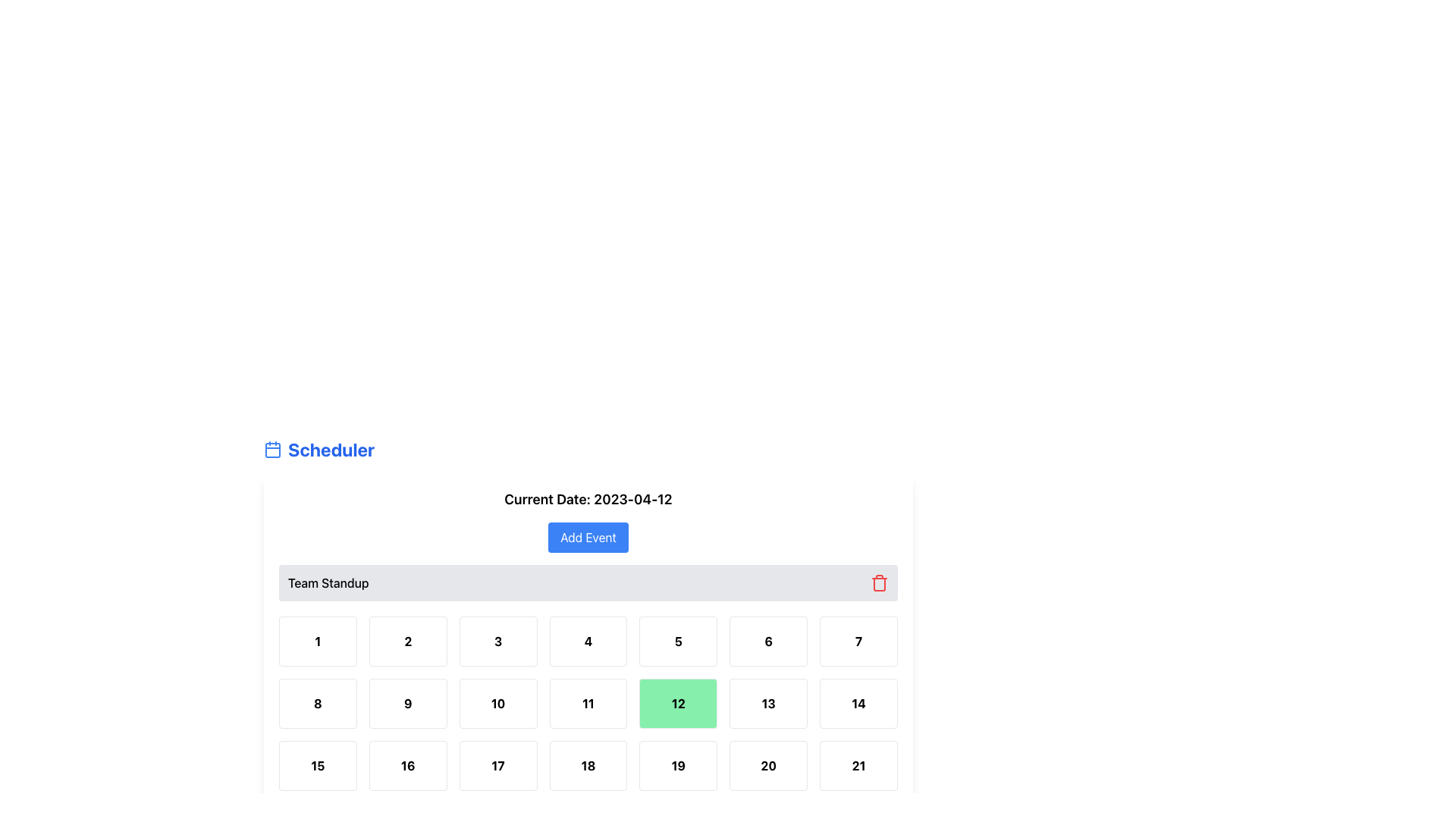 This screenshot has height=819, width=1456. Describe the element at coordinates (858, 766) in the screenshot. I see `the rectangular button with a white background and black bold '21' text, located in the last column of the third row of the 'Team Standup' section` at that location.